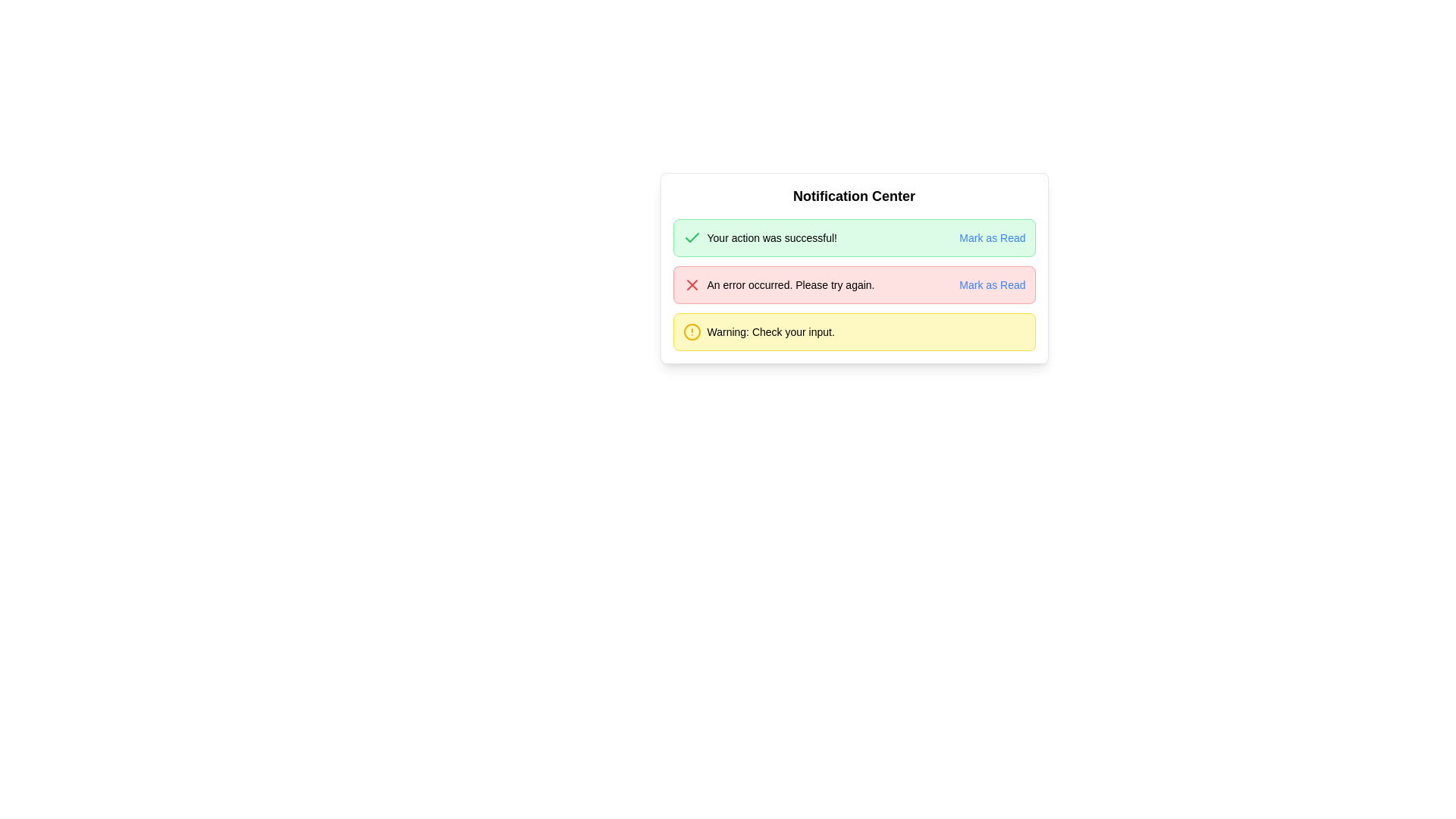 This screenshot has height=819, width=1456. Describe the element at coordinates (691, 237) in the screenshot. I see `the visual indicator icon for successful action feedback located to the left of the first notification message in the Notification Center` at that location.